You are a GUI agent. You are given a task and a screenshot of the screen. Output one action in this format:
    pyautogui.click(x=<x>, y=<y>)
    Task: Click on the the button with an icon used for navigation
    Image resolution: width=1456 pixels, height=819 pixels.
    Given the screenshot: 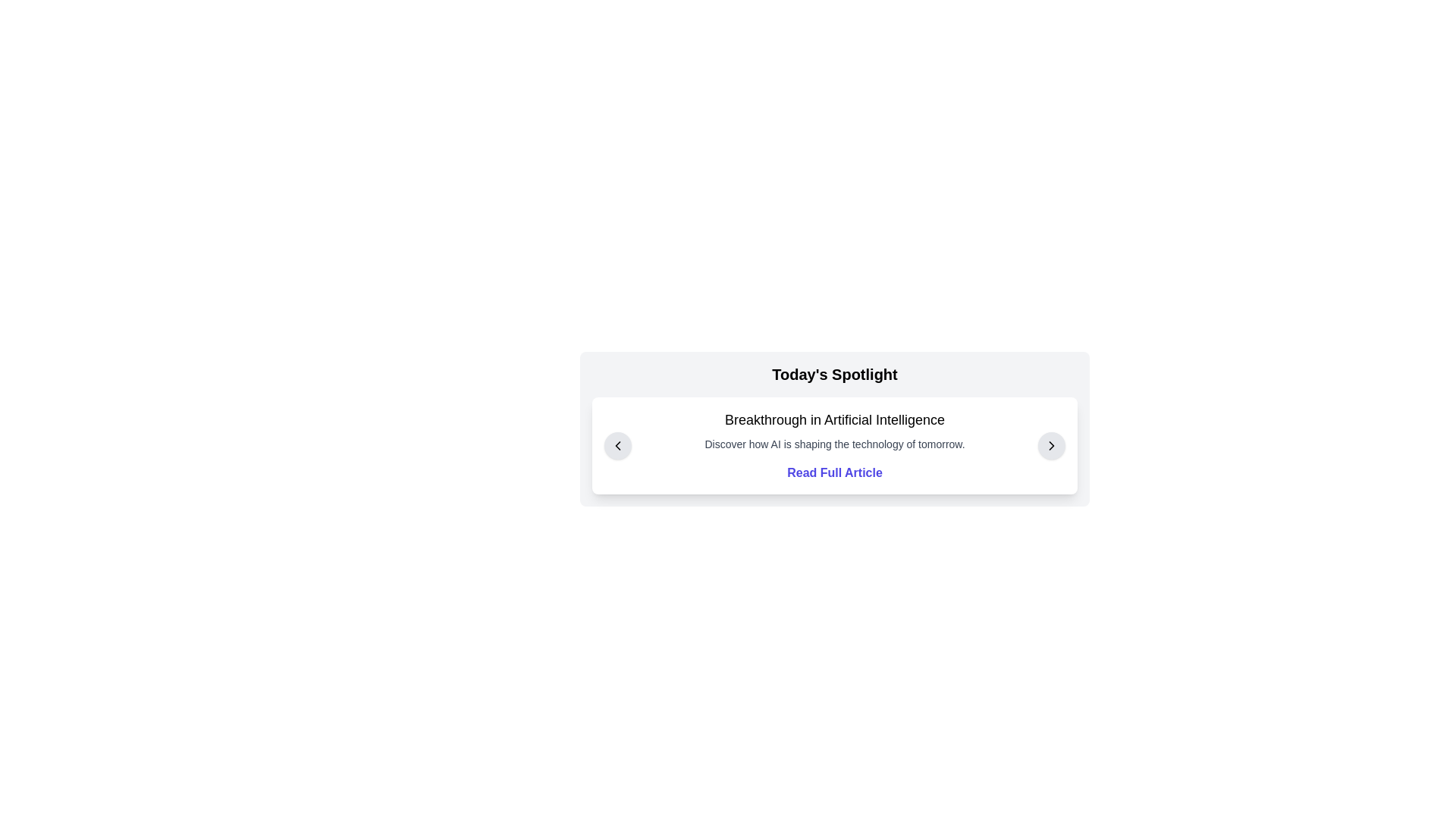 What is the action you would take?
    pyautogui.click(x=618, y=444)
    